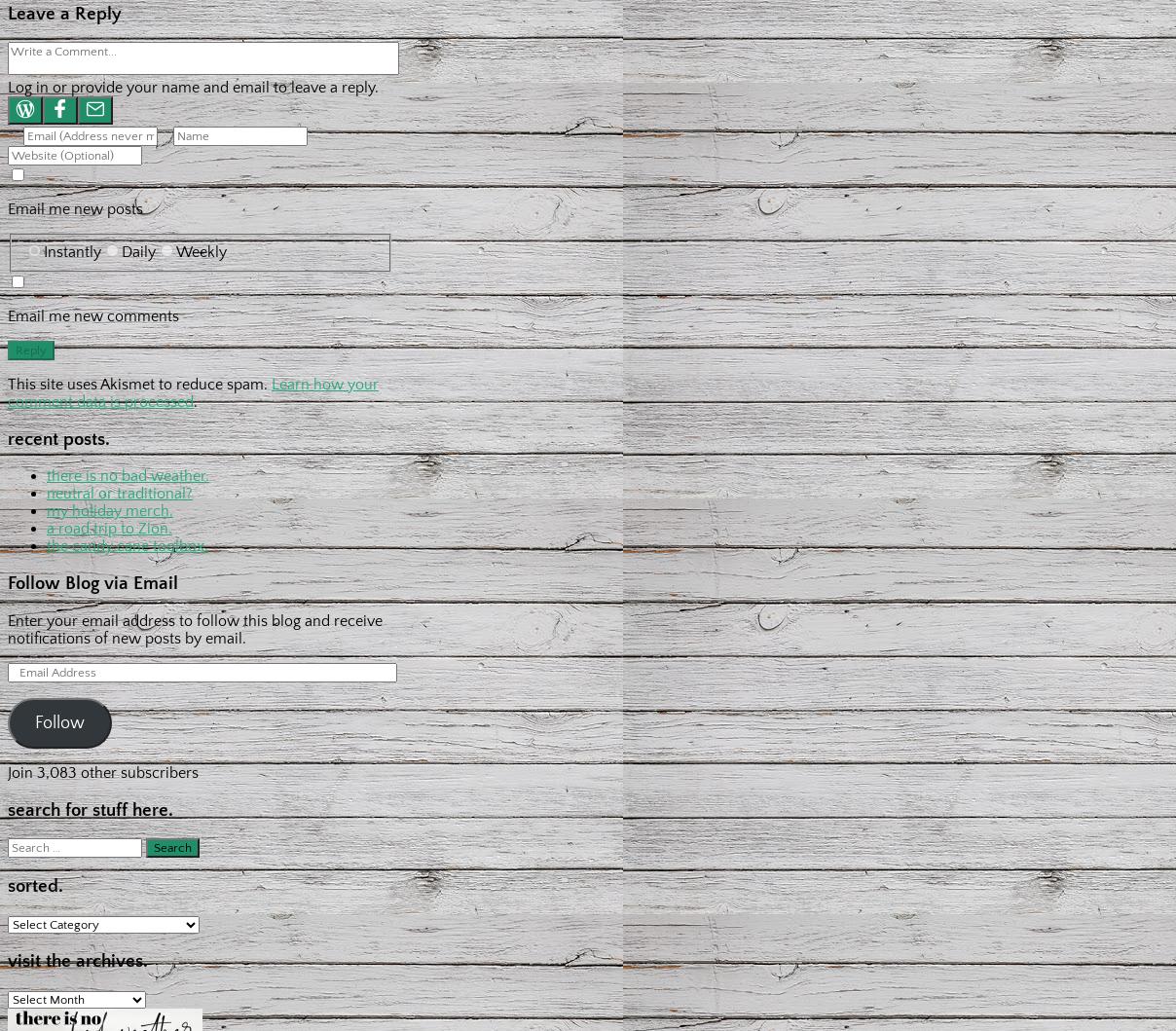  I want to click on 'Join 3,083 other subscribers', so click(6, 770).